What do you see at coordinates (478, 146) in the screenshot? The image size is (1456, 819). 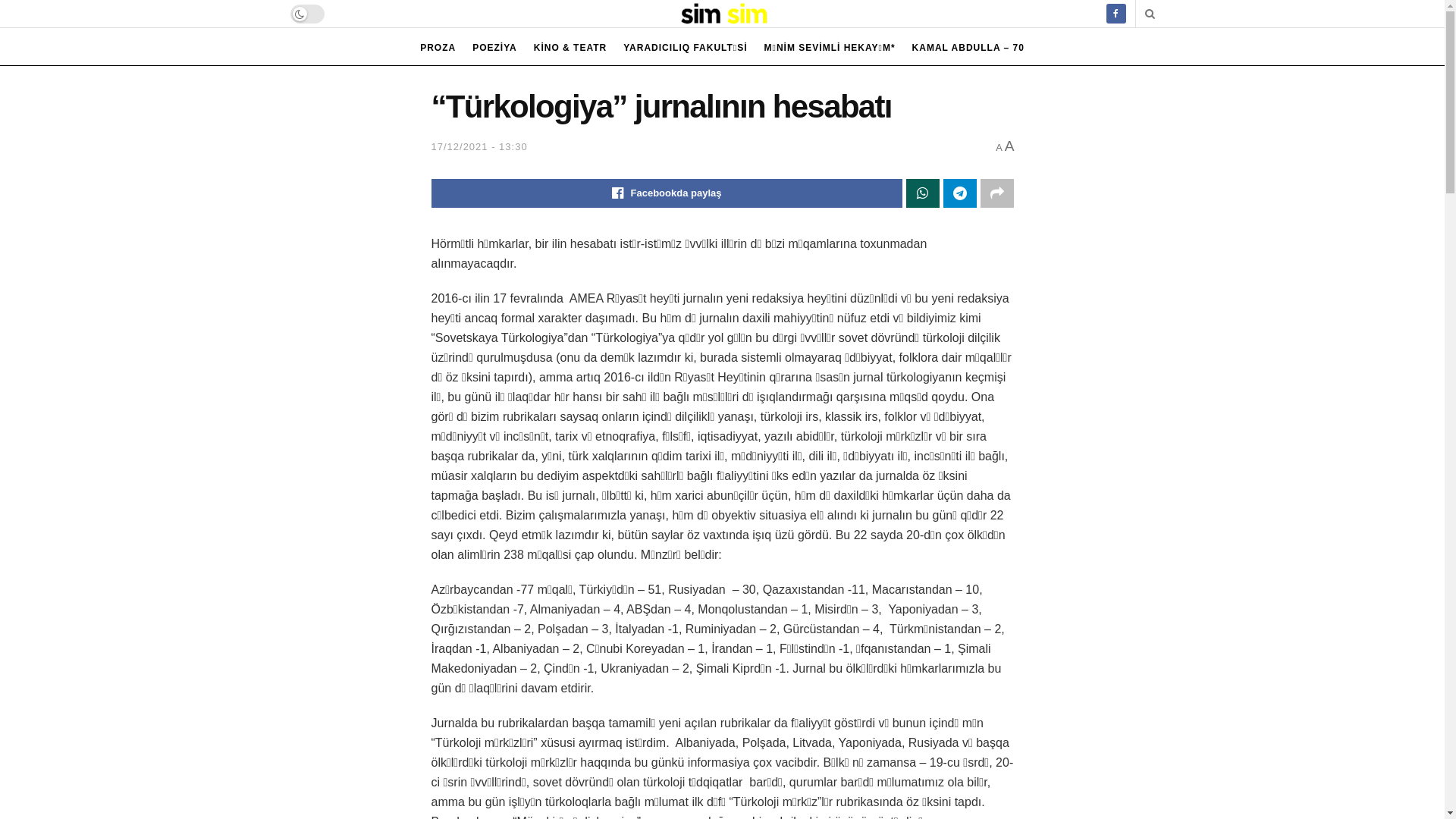 I see `'17/12/2021 - 13:30'` at bounding box center [478, 146].